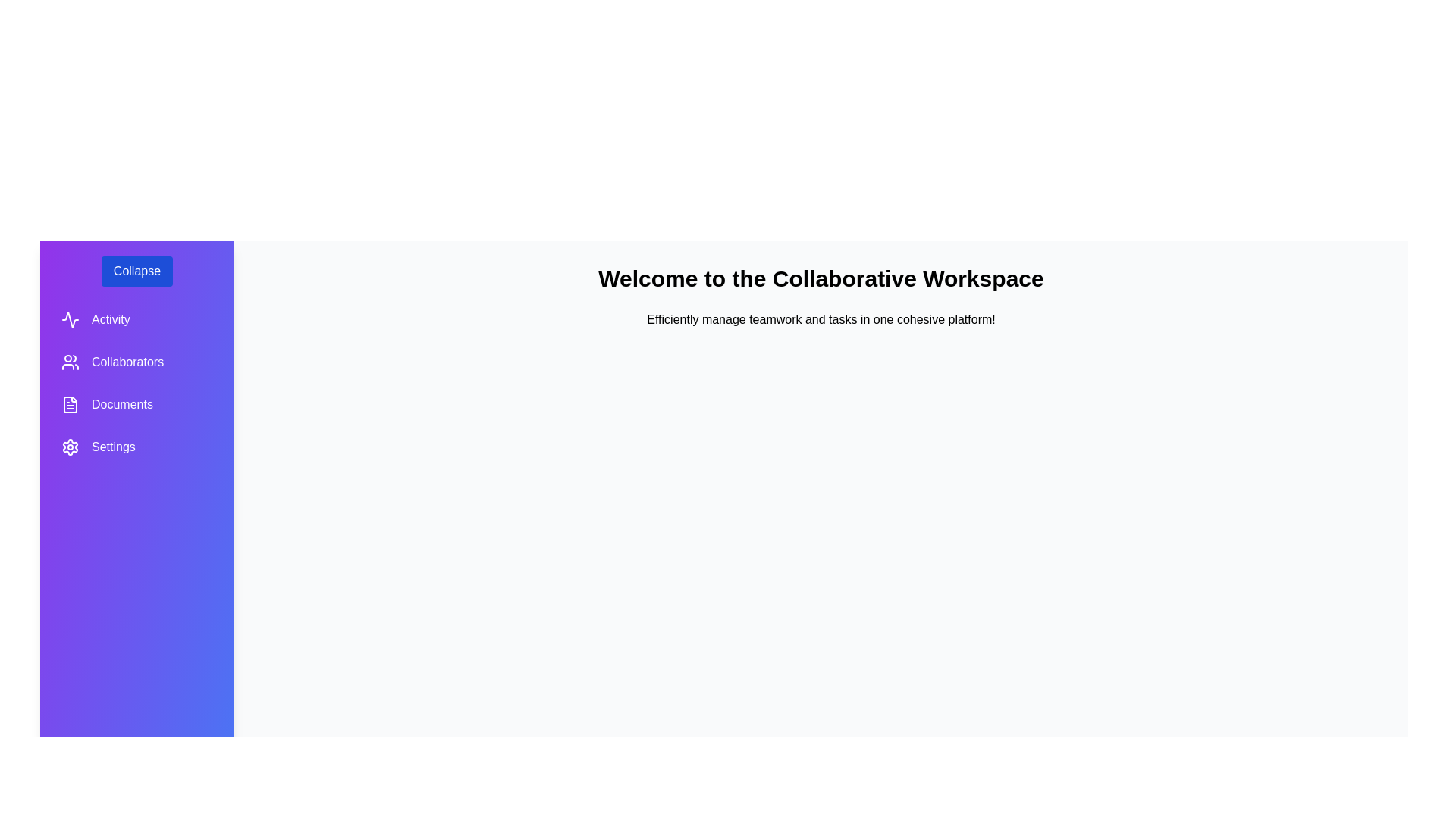 The width and height of the screenshot is (1456, 819). What do you see at coordinates (137, 318) in the screenshot?
I see `the non-interactive element labeled Activity` at bounding box center [137, 318].